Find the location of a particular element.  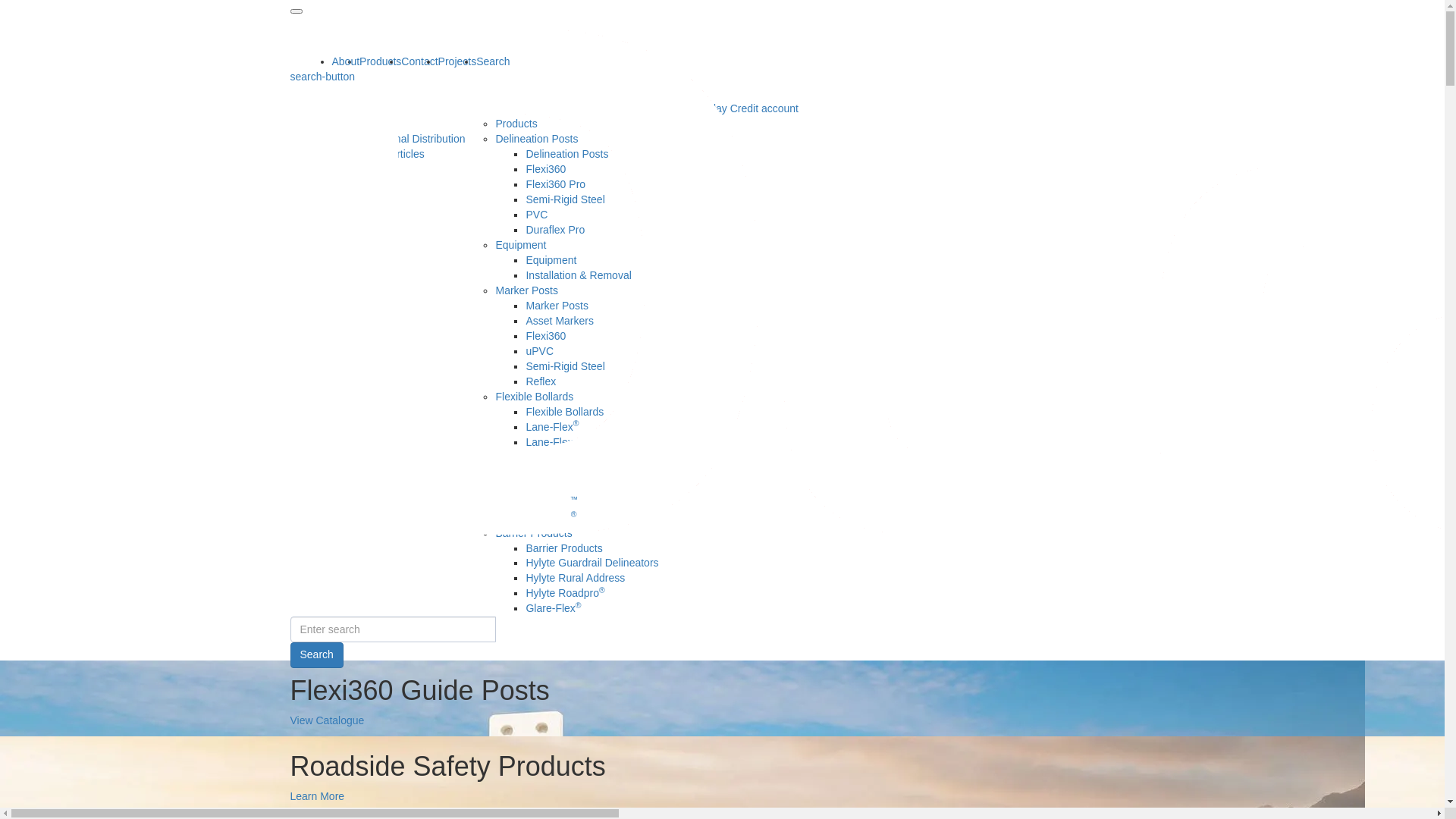

'Barrier Products' is located at coordinates (525, 547).